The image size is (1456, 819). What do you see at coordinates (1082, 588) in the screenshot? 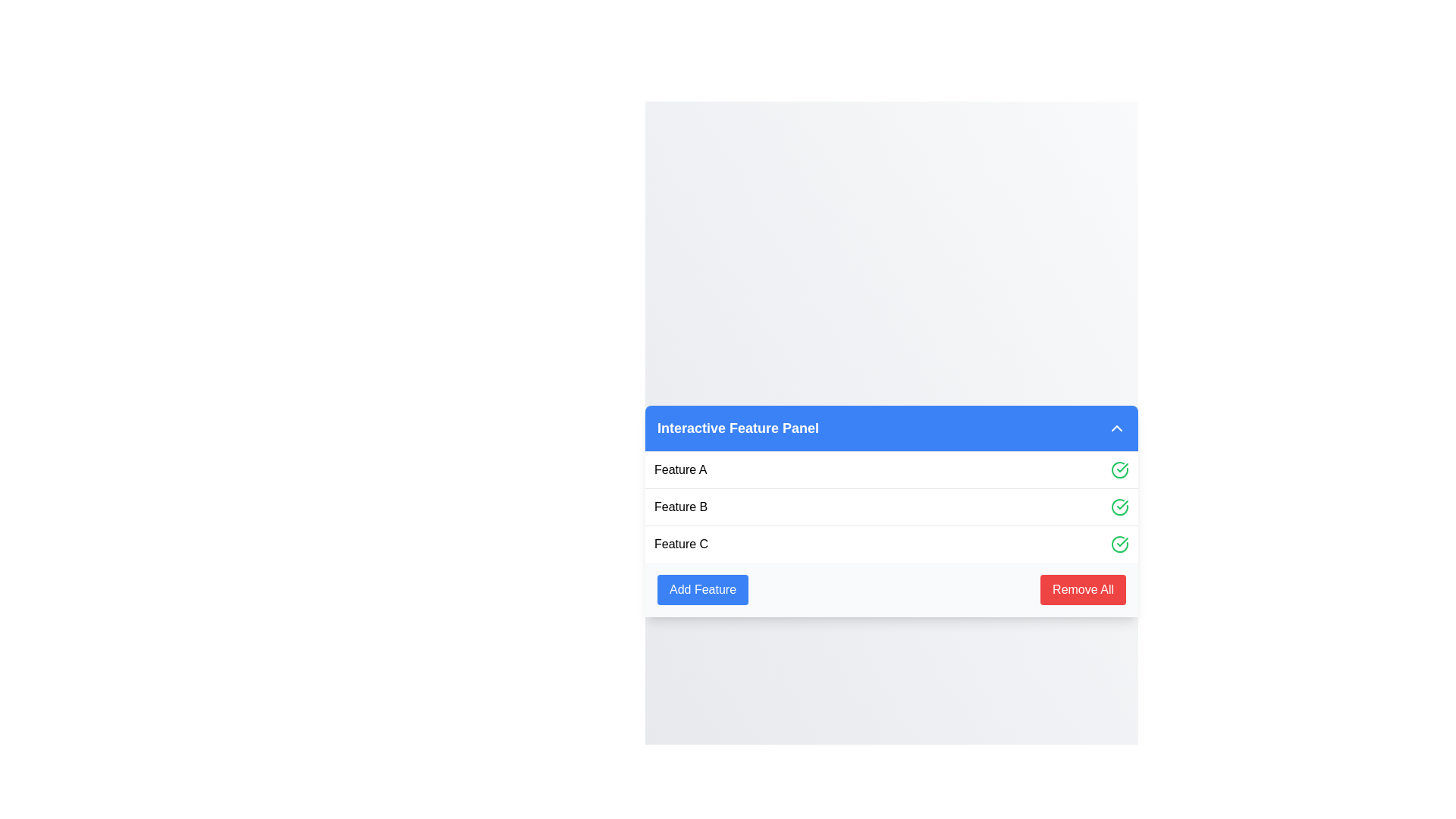
I see `the rectangular button with a red background and white text reading 'Remove All' to observe the hover effect` at bounding box center [1082, 588].